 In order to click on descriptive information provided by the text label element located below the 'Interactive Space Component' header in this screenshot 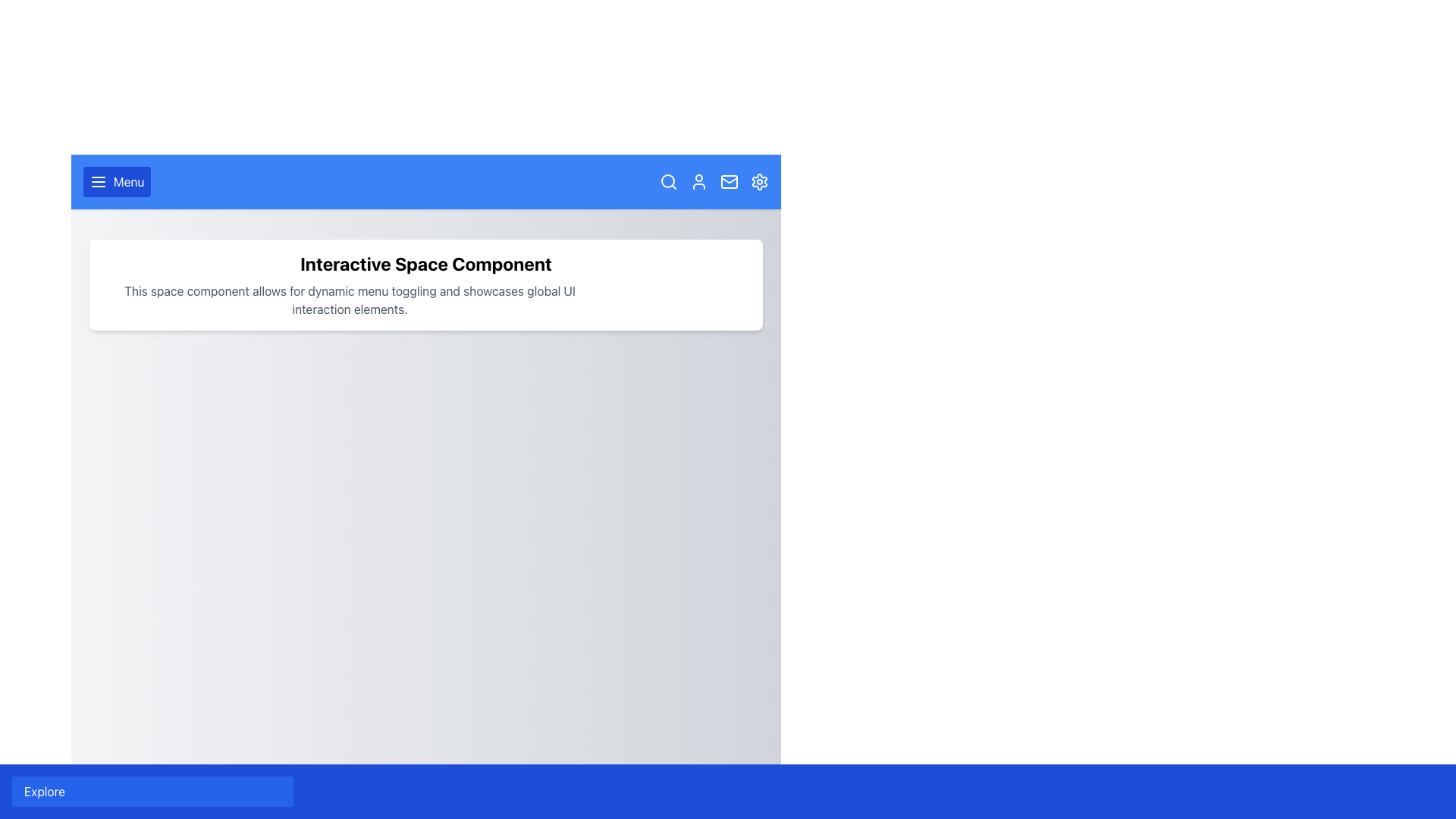, I will do `click(349, 300)`.